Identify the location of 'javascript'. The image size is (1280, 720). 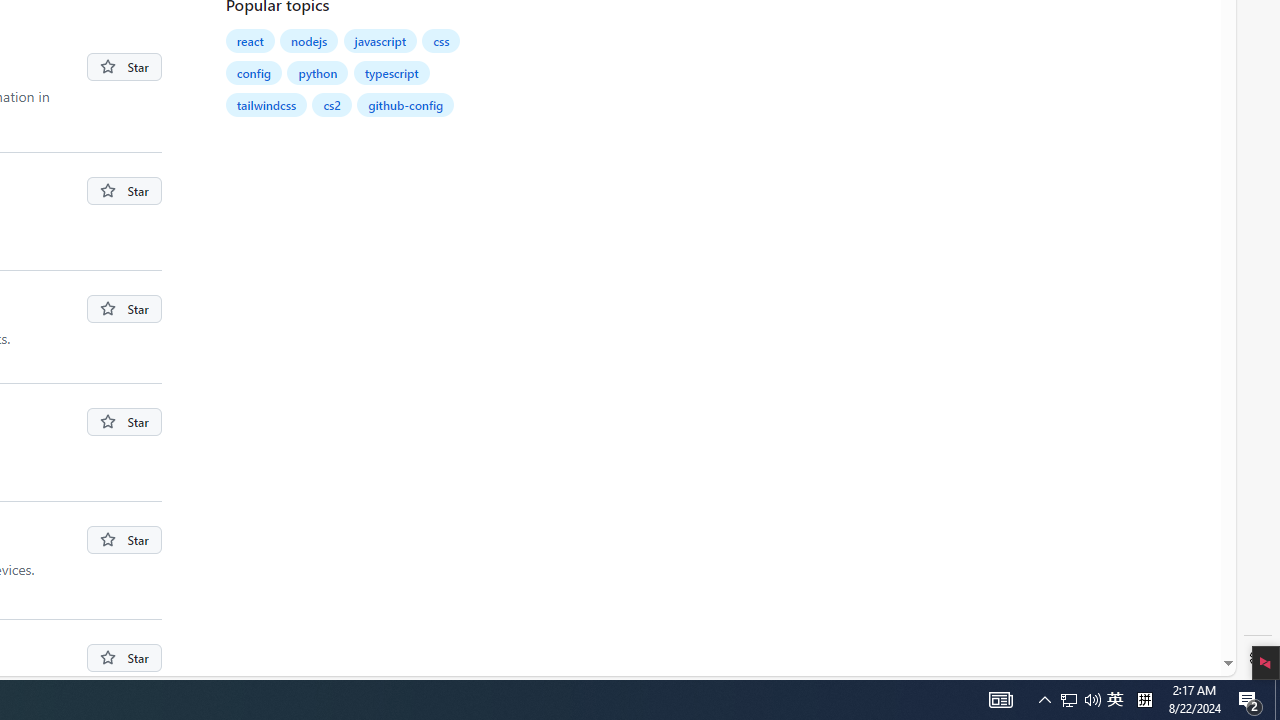
(380, 41).